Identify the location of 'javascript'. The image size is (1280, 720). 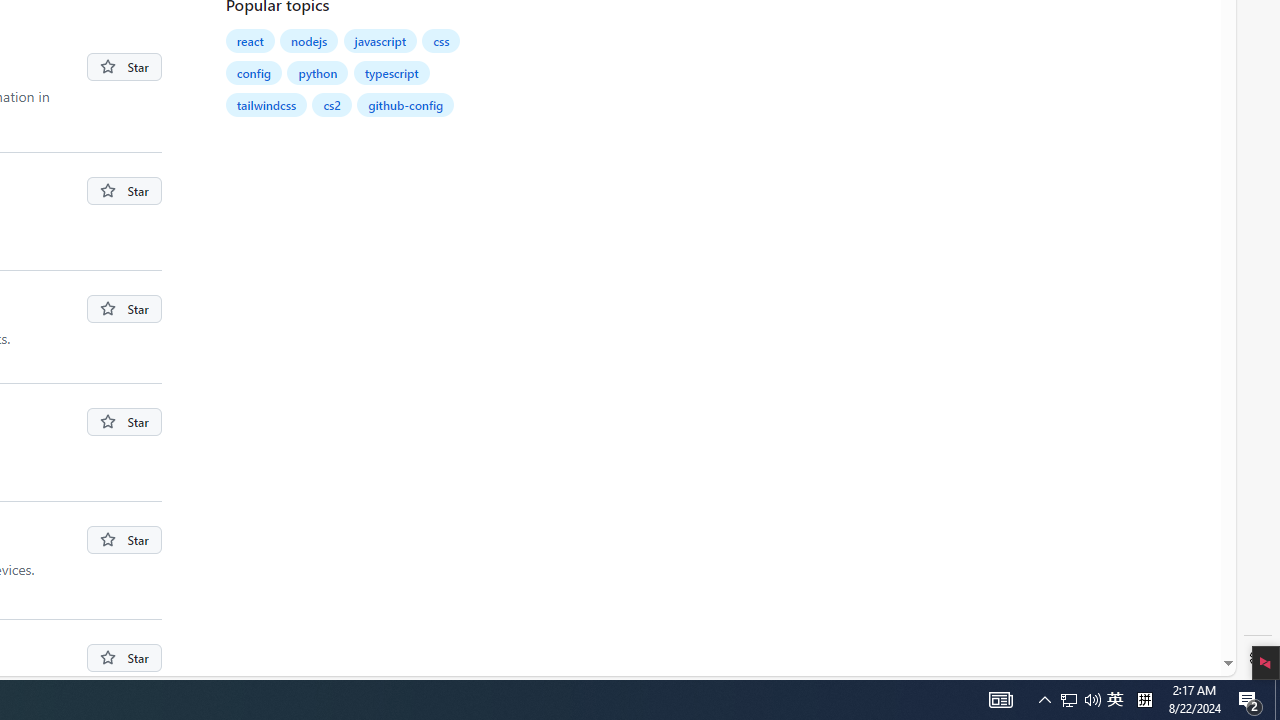
(380, 41).